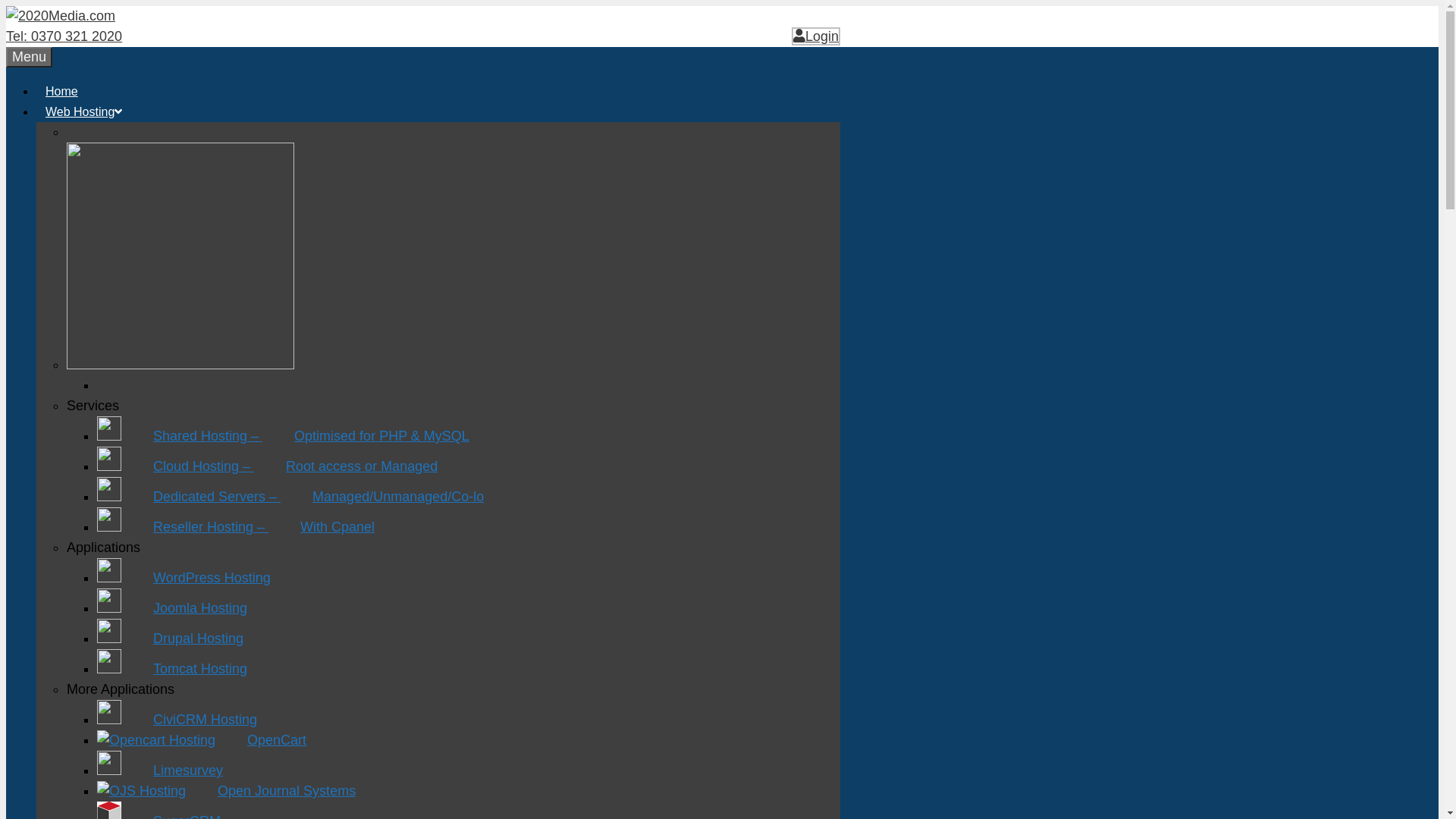 The width and height of the screenshot is (1456, 819). Describe the element at coordinates (6, 15) in the screenshot. I see `'2020Media.com'` at that location.